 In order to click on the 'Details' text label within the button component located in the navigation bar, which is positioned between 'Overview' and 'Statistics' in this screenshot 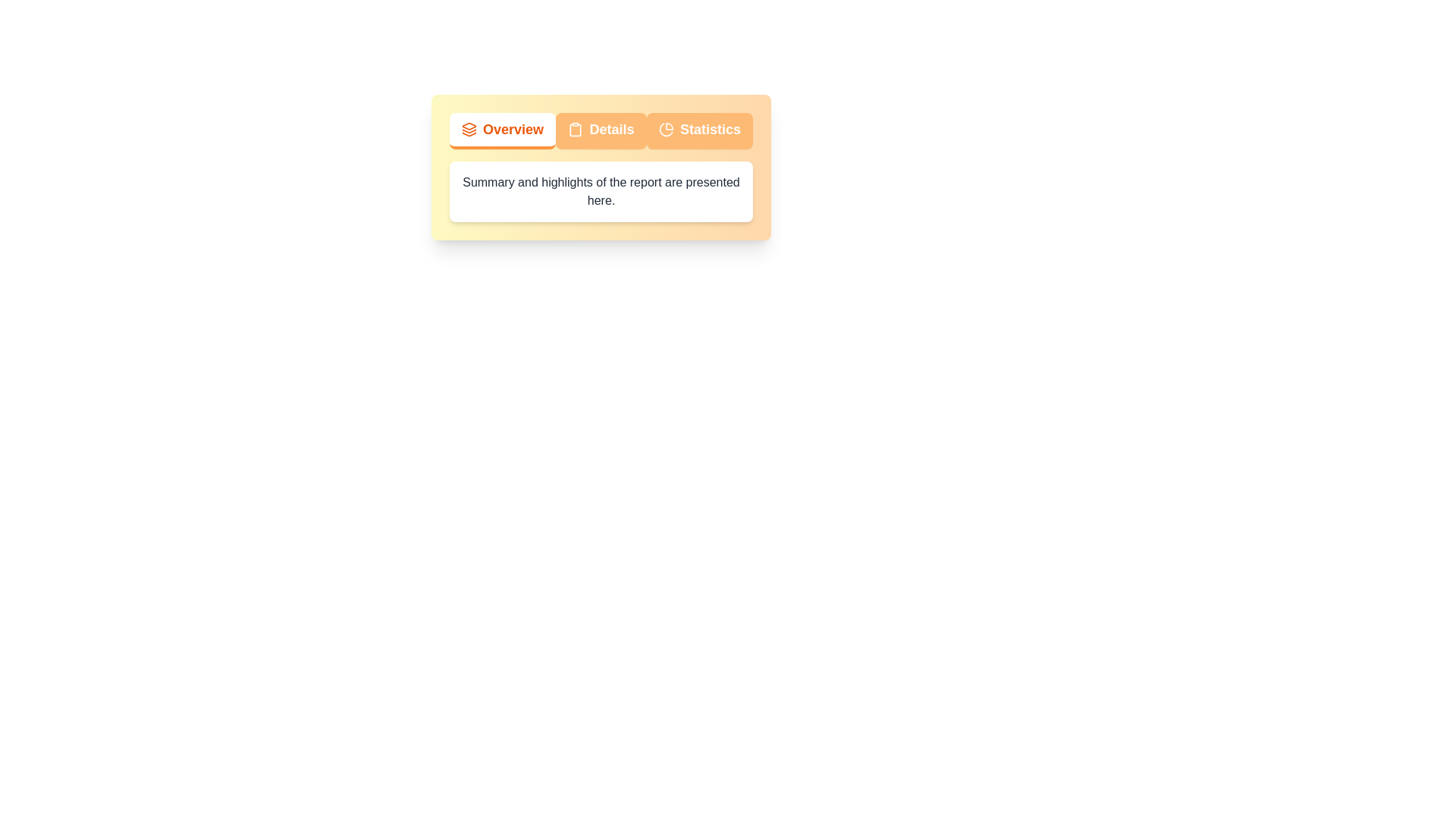, I will do `click(611, 128)`.